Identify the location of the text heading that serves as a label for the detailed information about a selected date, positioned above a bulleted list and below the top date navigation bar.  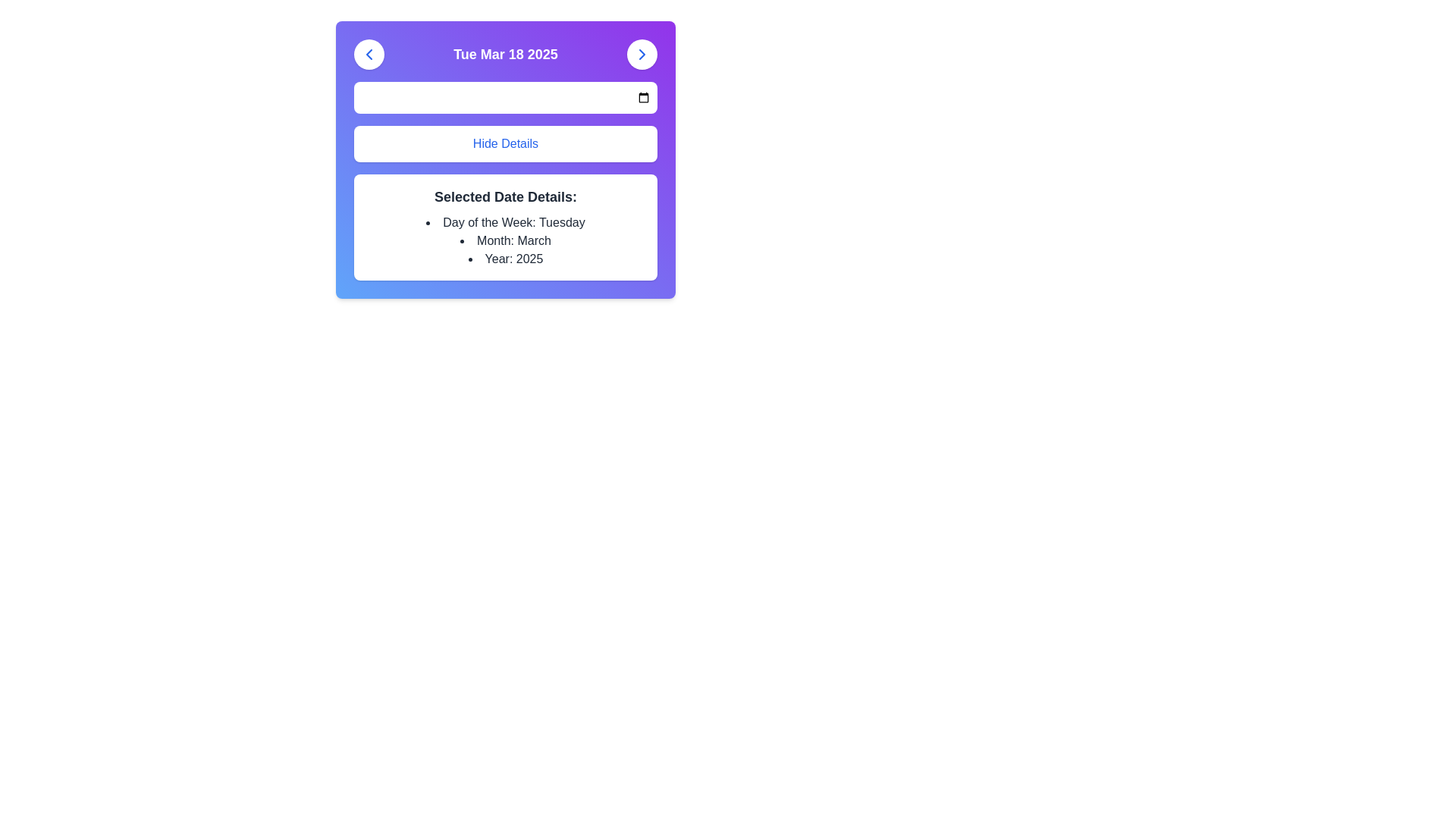
(506, 196).